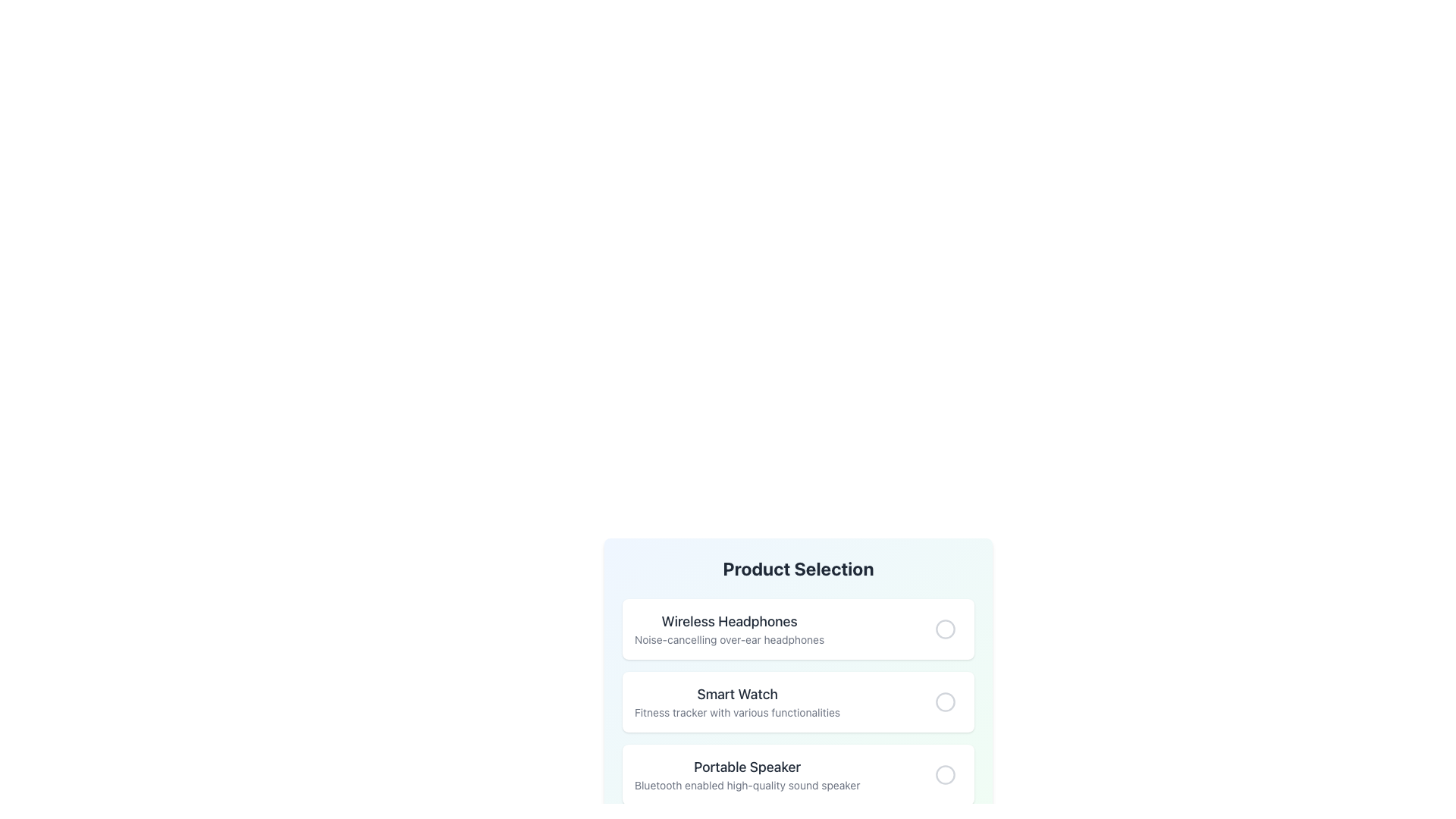 Image resolution: width=1456 pixels, height=819 pixels. Describe the element at coordinates (945, 775) in the screenshot. I see `the circular radio button with a gray outline next to the text 'Portable Speaker' for tooltip or effect` at that location.